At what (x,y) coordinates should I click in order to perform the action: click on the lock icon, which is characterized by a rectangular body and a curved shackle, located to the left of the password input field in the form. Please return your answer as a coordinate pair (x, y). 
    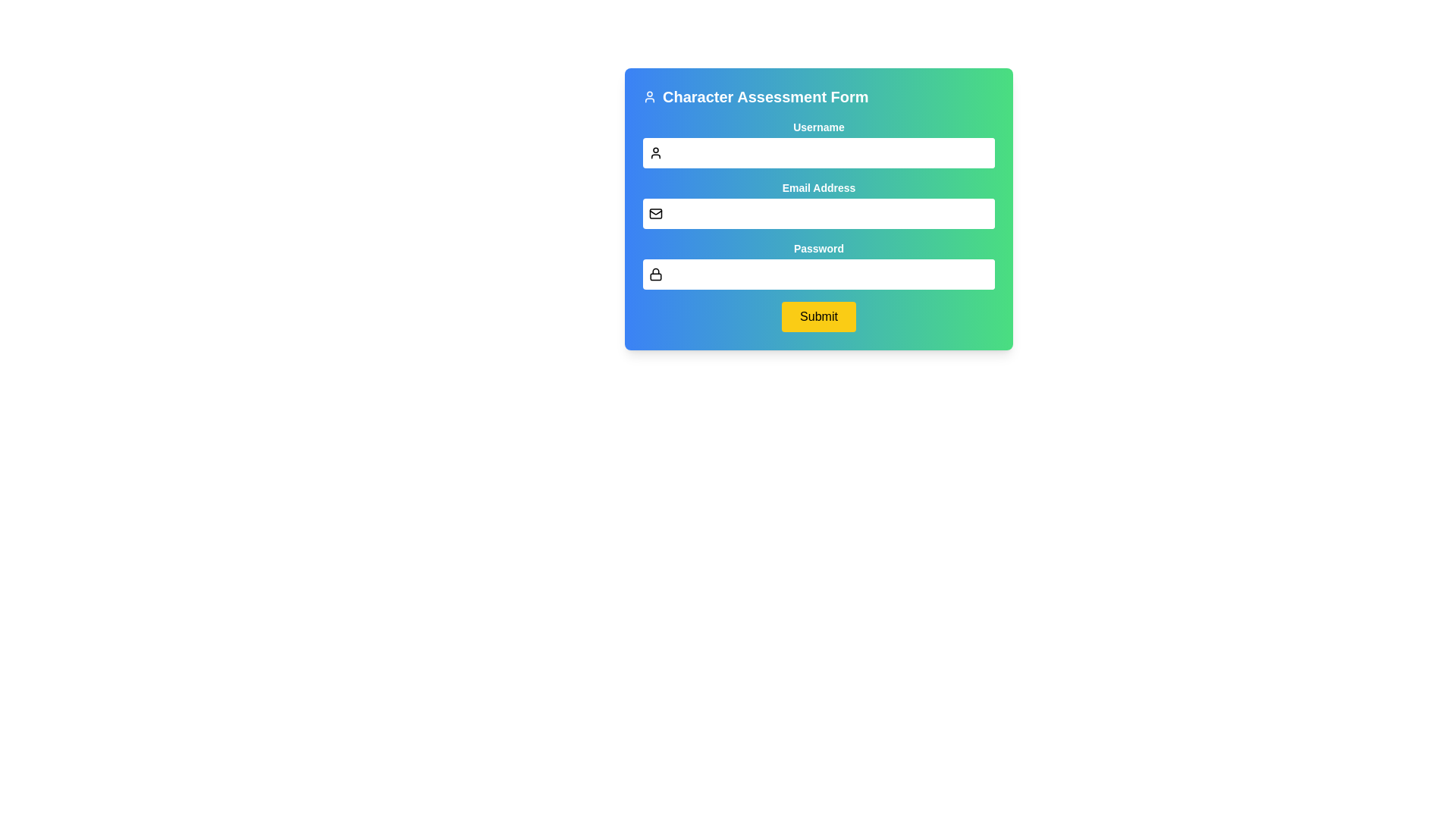
    Looking at the image, I should click on (655, 275).